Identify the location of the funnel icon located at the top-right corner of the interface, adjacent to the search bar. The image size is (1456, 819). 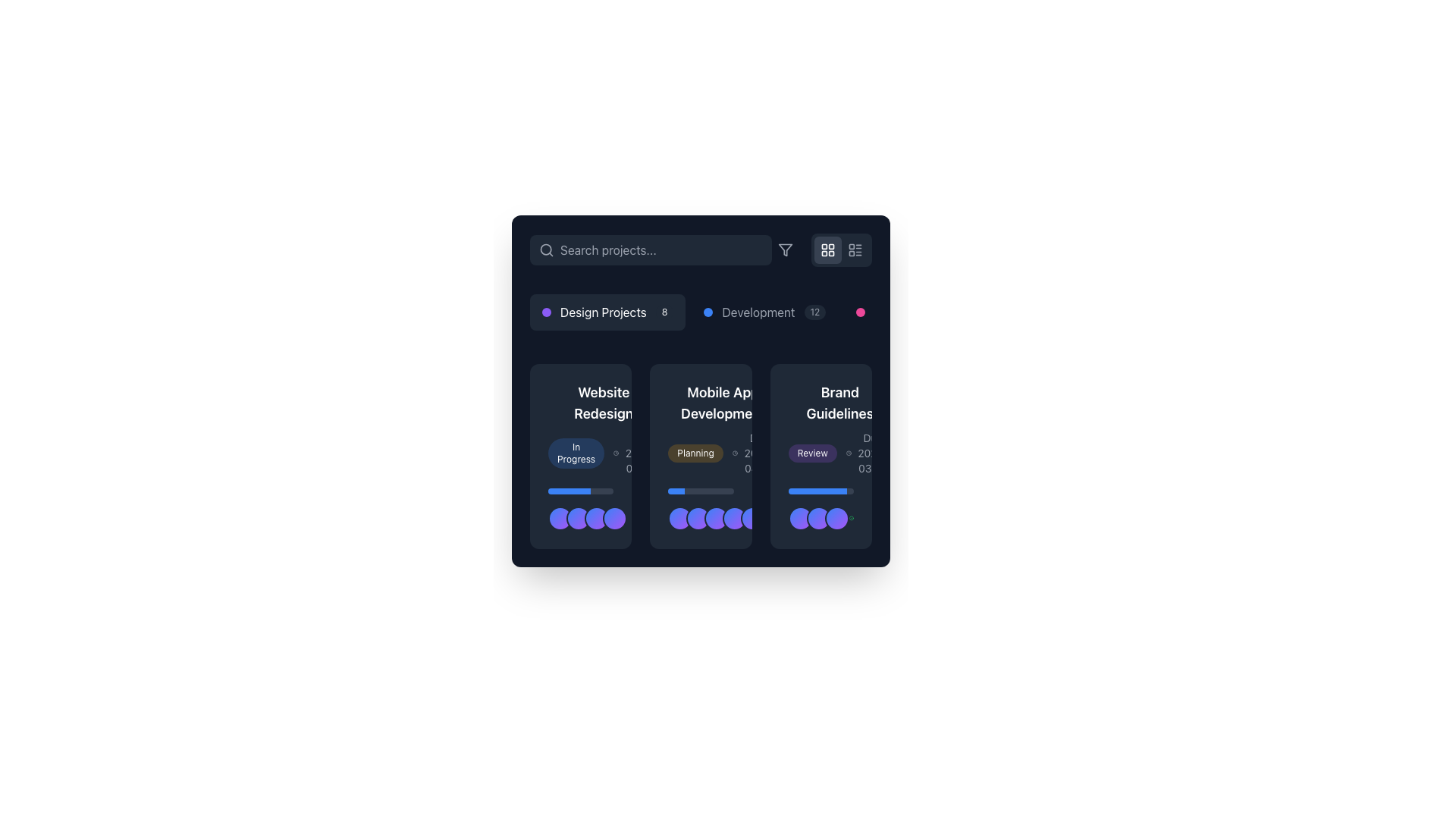
(786, 249).